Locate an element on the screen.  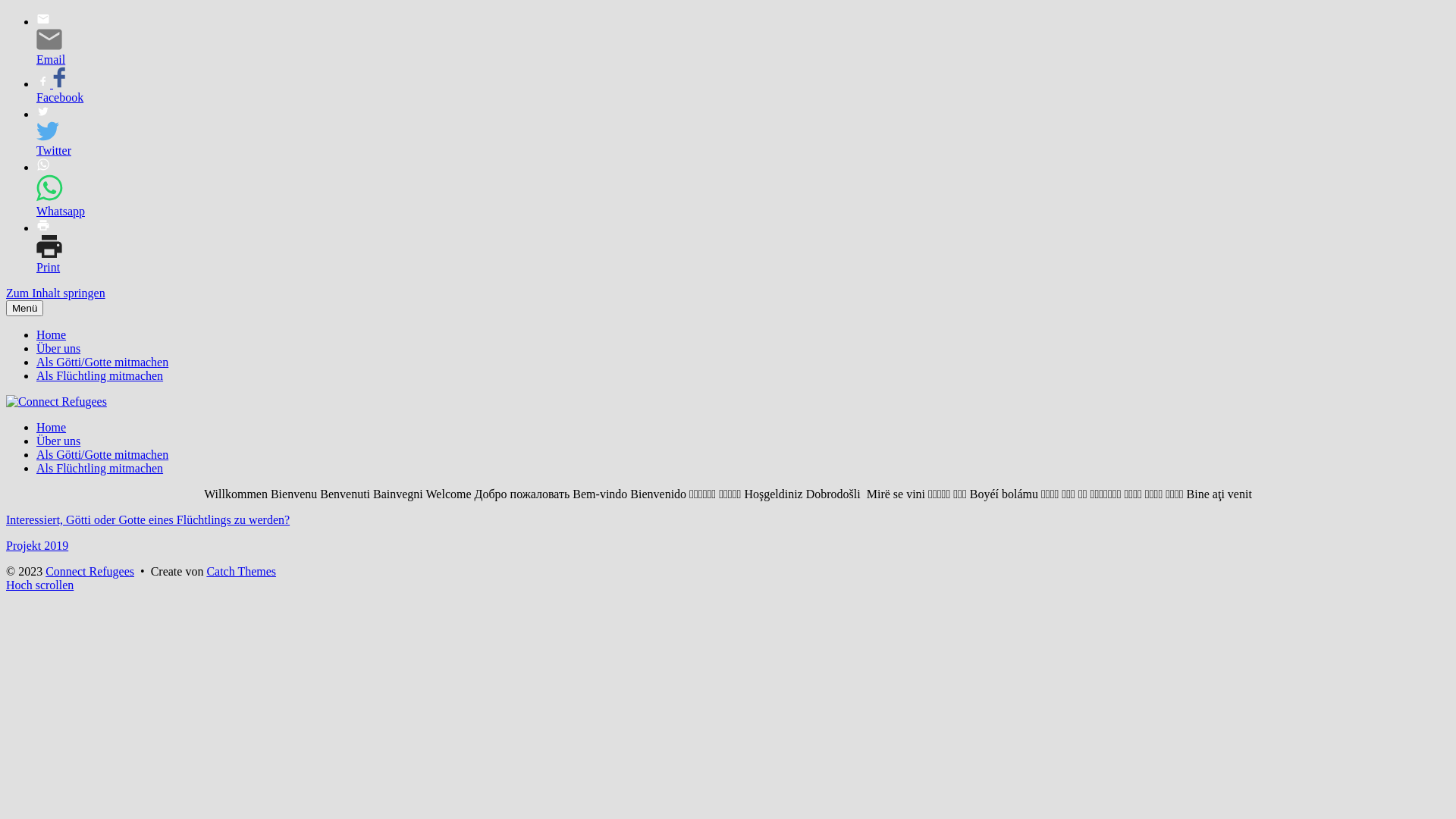
'Zum Inhalt springen' is located at coordinates (55, 293).